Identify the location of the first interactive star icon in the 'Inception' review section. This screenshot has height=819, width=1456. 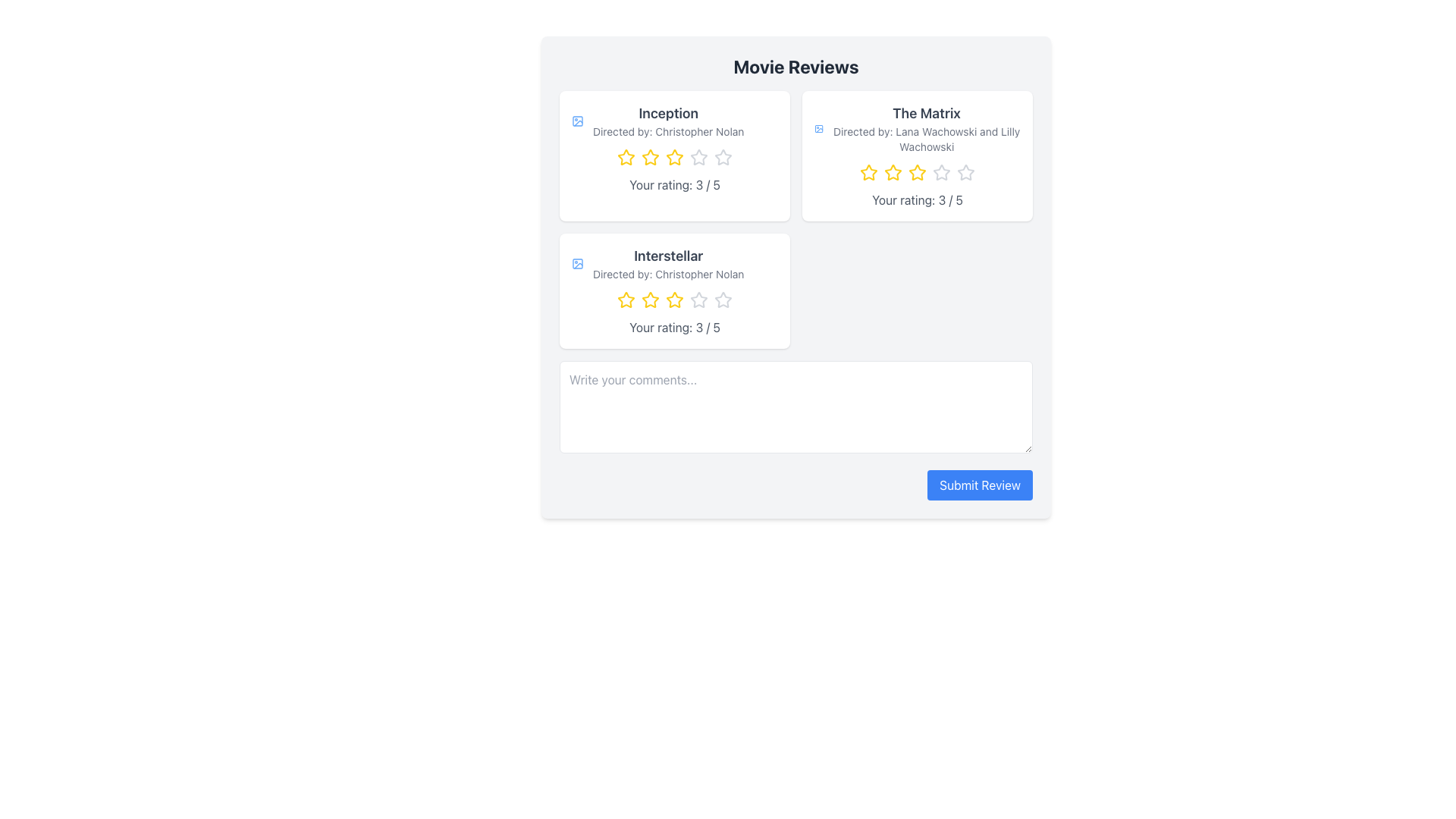
(626, 158).